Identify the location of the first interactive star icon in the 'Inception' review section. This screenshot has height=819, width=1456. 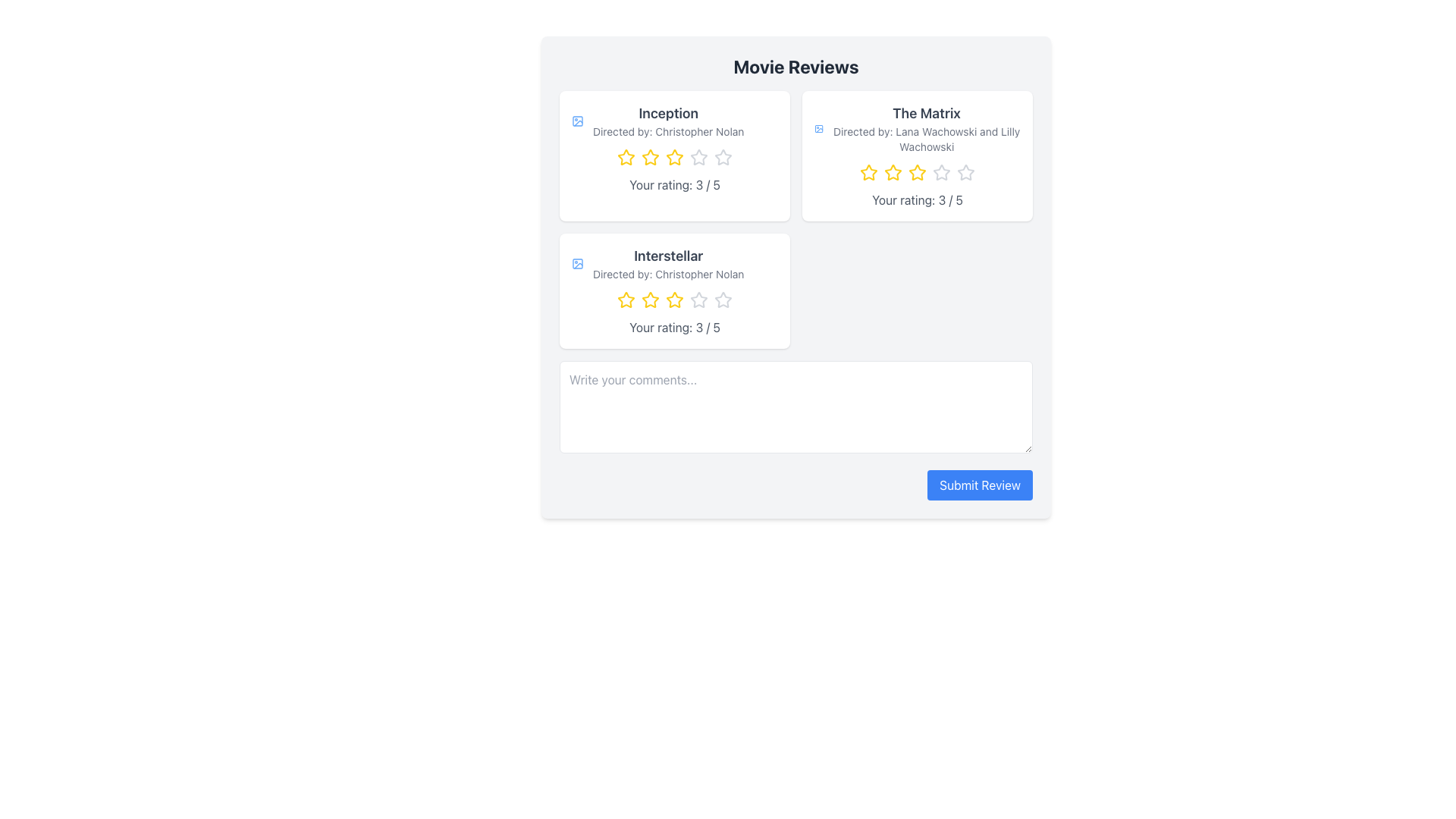
(626, 158).